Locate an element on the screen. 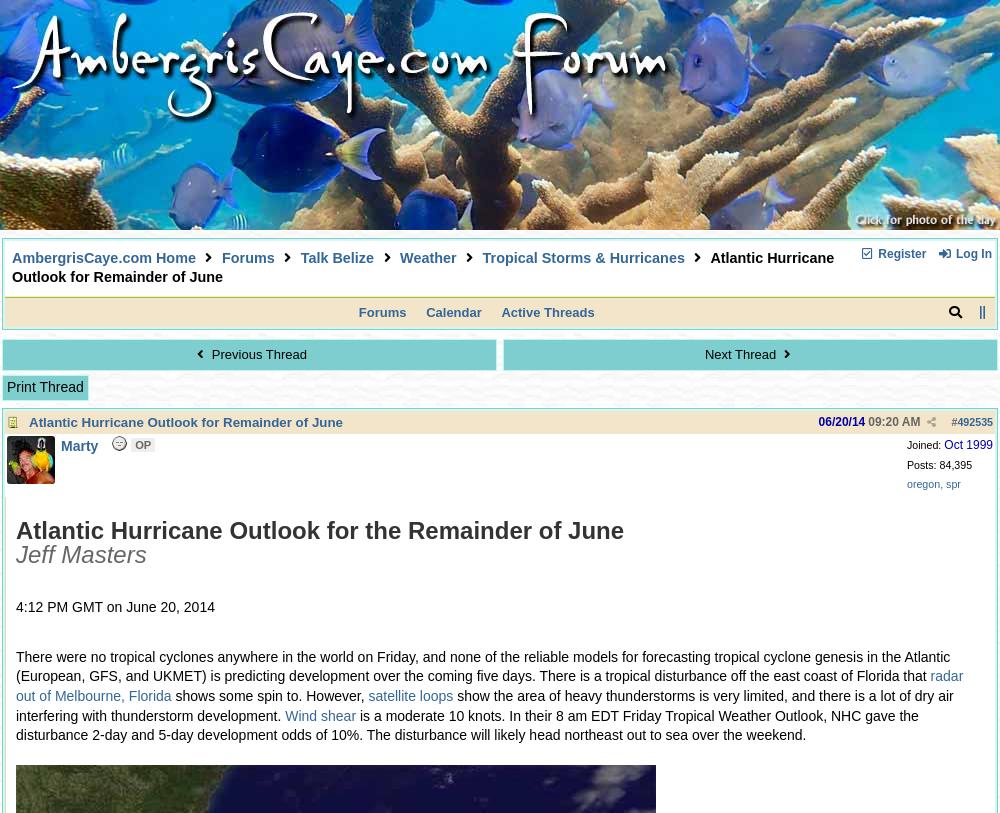  'Wind shear' is located at coordinates (319, 715).